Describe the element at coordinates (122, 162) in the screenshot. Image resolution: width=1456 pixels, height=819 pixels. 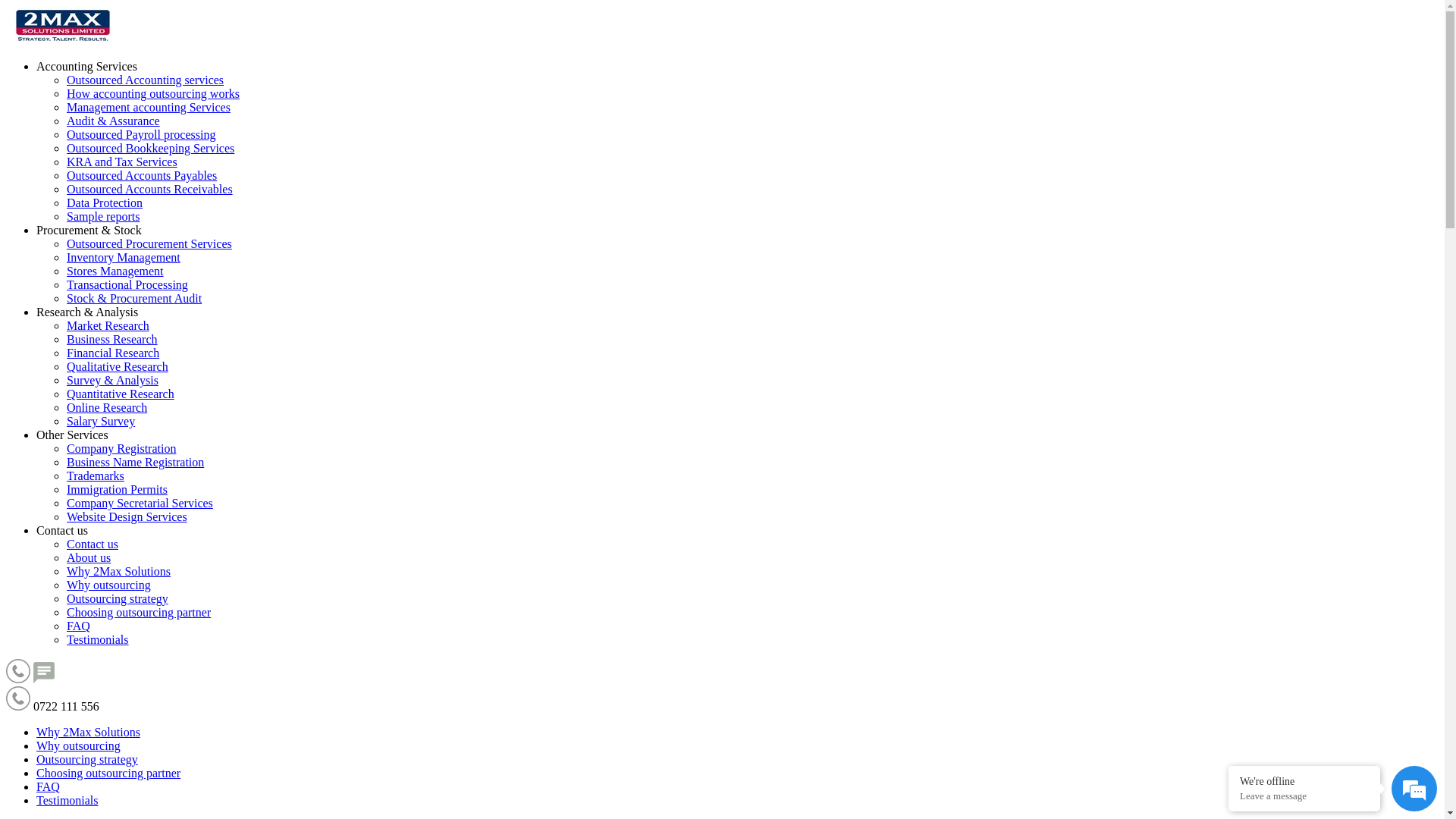
I see `'KRA and Tax Services'` at that location.